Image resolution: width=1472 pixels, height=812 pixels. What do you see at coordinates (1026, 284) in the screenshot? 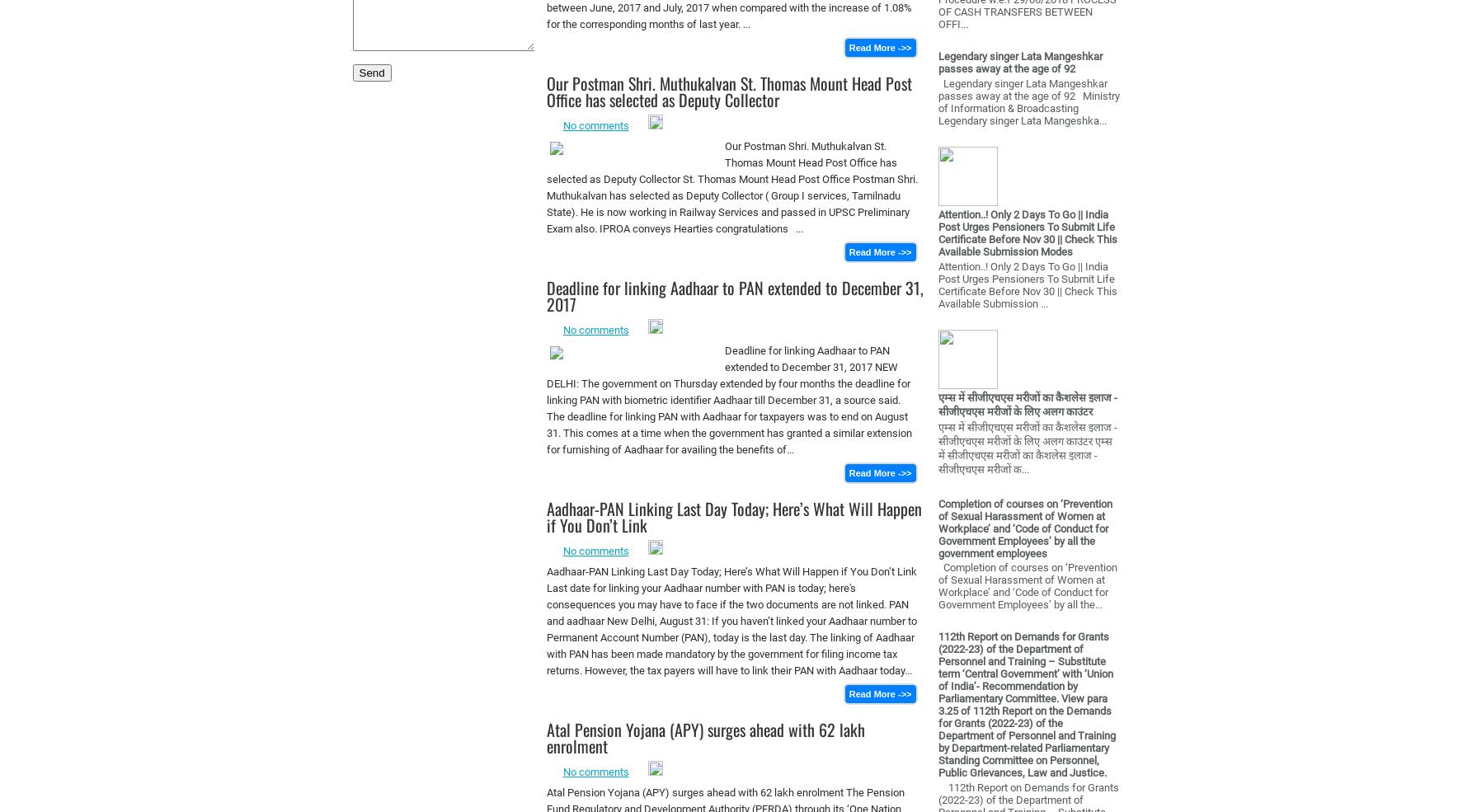
I see `'Attention..! Only 2 Days To Go || India Post Urges Pensioners To Submit Life Certificate Before Nov 30 || Check This Available Submission ...'` at bounding box center [1026, 284].